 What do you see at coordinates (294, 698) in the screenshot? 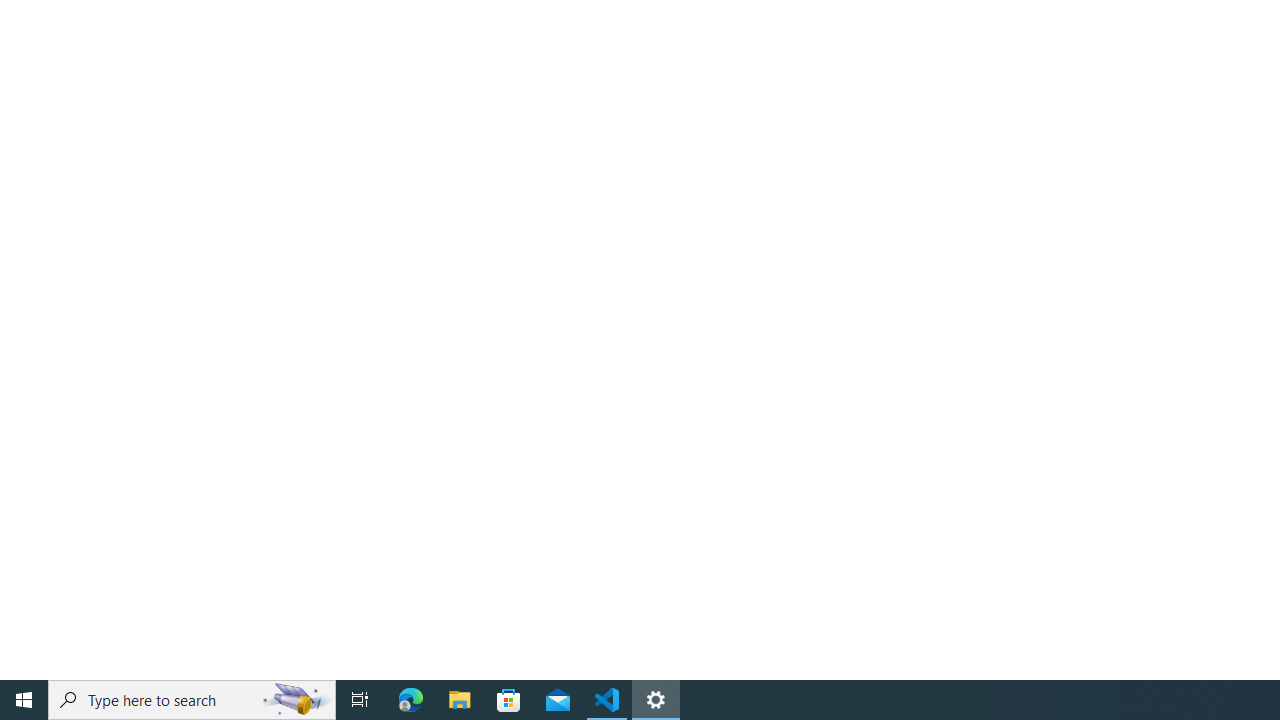
I see `'Search highlights icon opens search home window'` at bounding box center [294, 698].